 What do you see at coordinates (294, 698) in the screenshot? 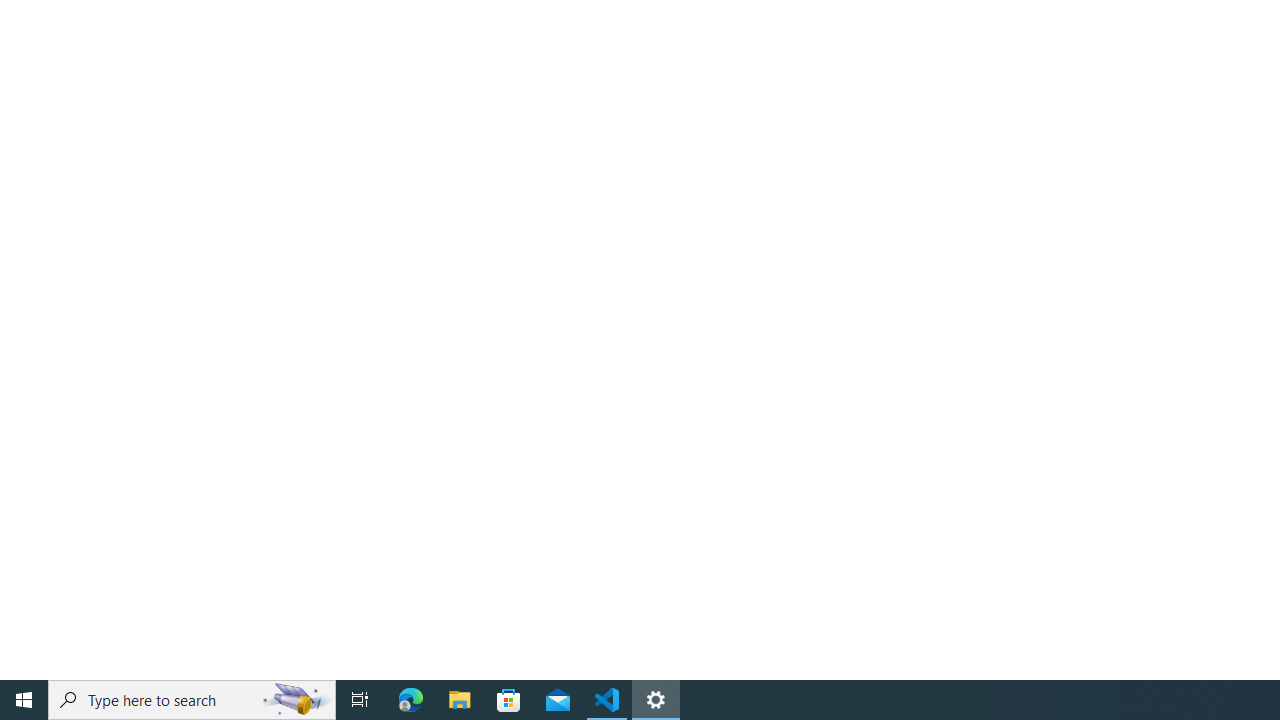
I see `'Search highlights icon opens search home window'` at bounding box center [294, 698].